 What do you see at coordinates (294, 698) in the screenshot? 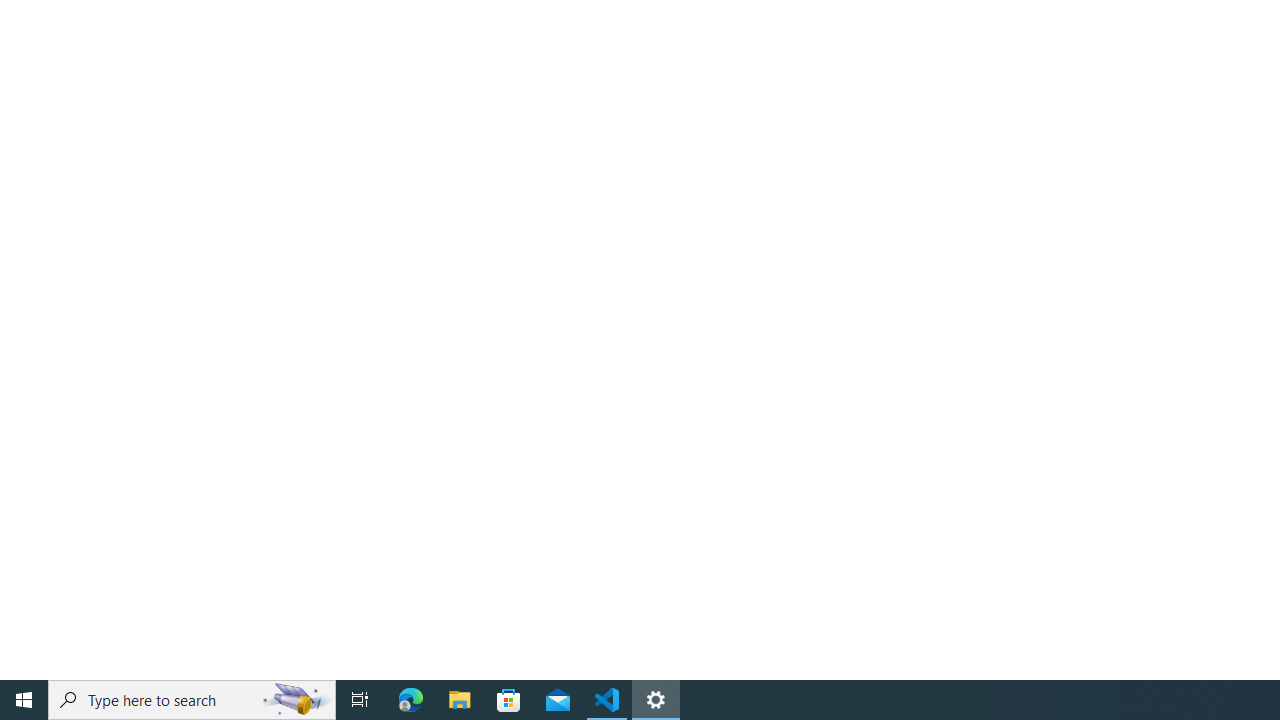
I see `'Search highlights icon opens search home window'` at bounding box center [294, 698].